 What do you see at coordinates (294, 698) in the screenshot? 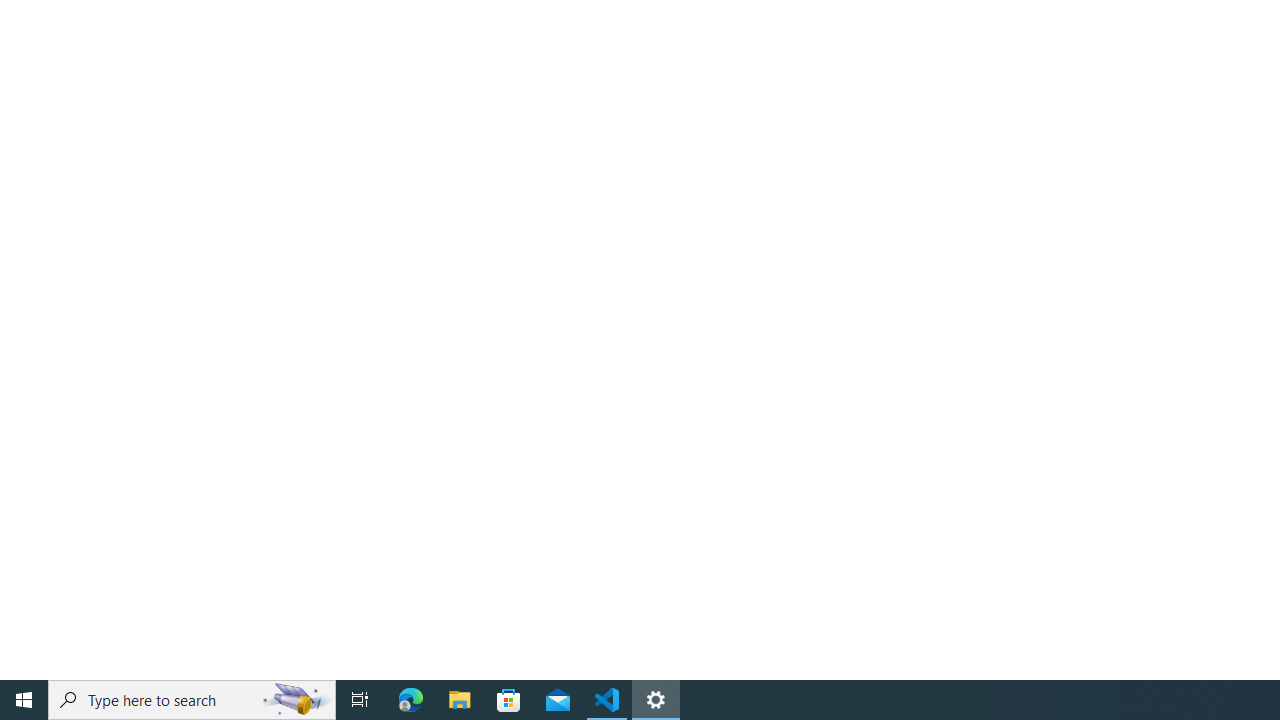
I see `'Search highlights icon opens search home window'` at bounding box center [294, 698].